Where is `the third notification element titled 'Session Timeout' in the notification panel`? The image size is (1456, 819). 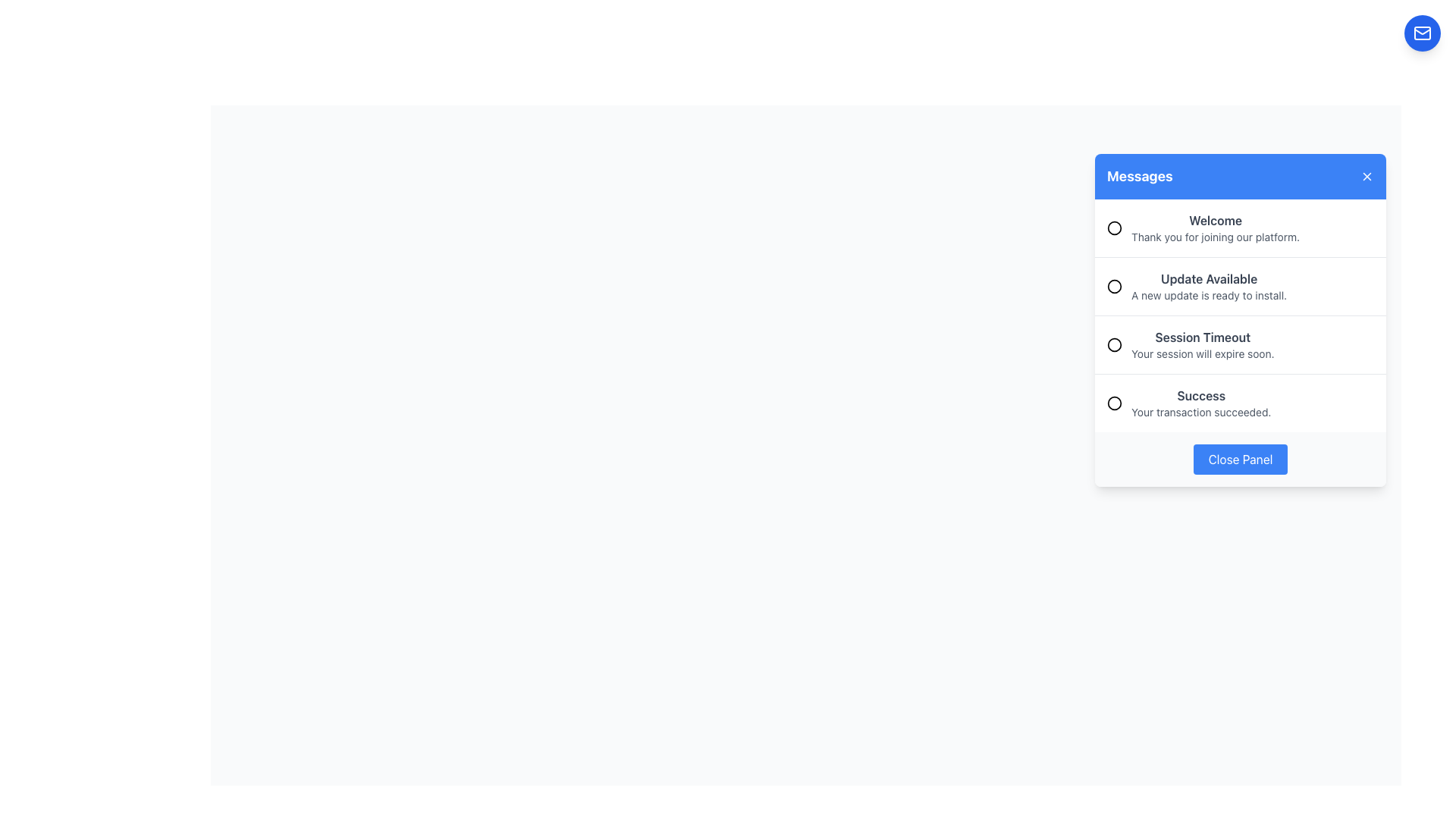 the third notification element titled 'Session Timeout' in the notification panel is located at coordinates (1241, 344).